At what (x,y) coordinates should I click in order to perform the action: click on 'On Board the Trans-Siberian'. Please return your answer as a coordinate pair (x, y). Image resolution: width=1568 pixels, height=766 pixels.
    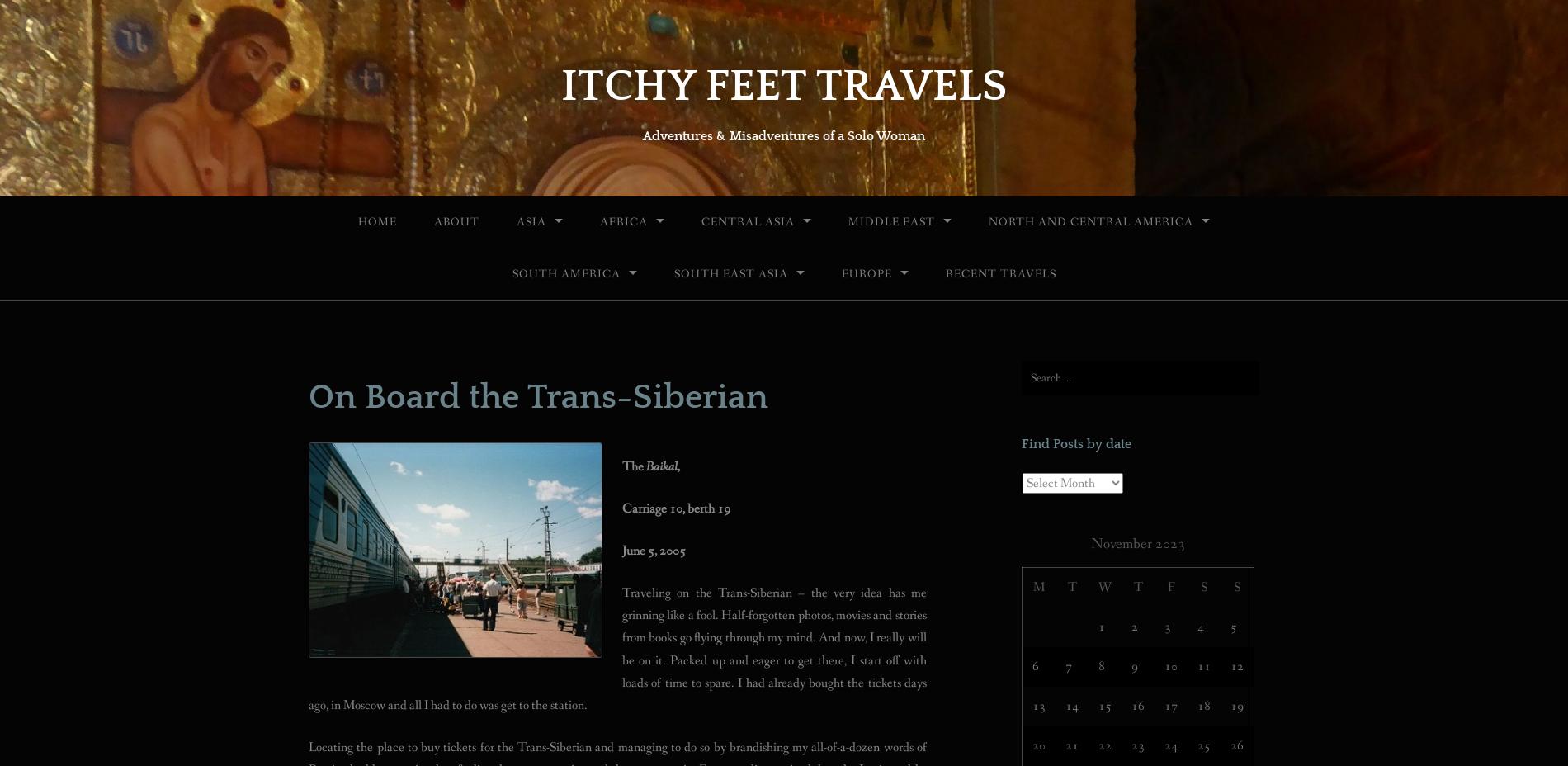
    Looking at the image, I should click on (307, 395).